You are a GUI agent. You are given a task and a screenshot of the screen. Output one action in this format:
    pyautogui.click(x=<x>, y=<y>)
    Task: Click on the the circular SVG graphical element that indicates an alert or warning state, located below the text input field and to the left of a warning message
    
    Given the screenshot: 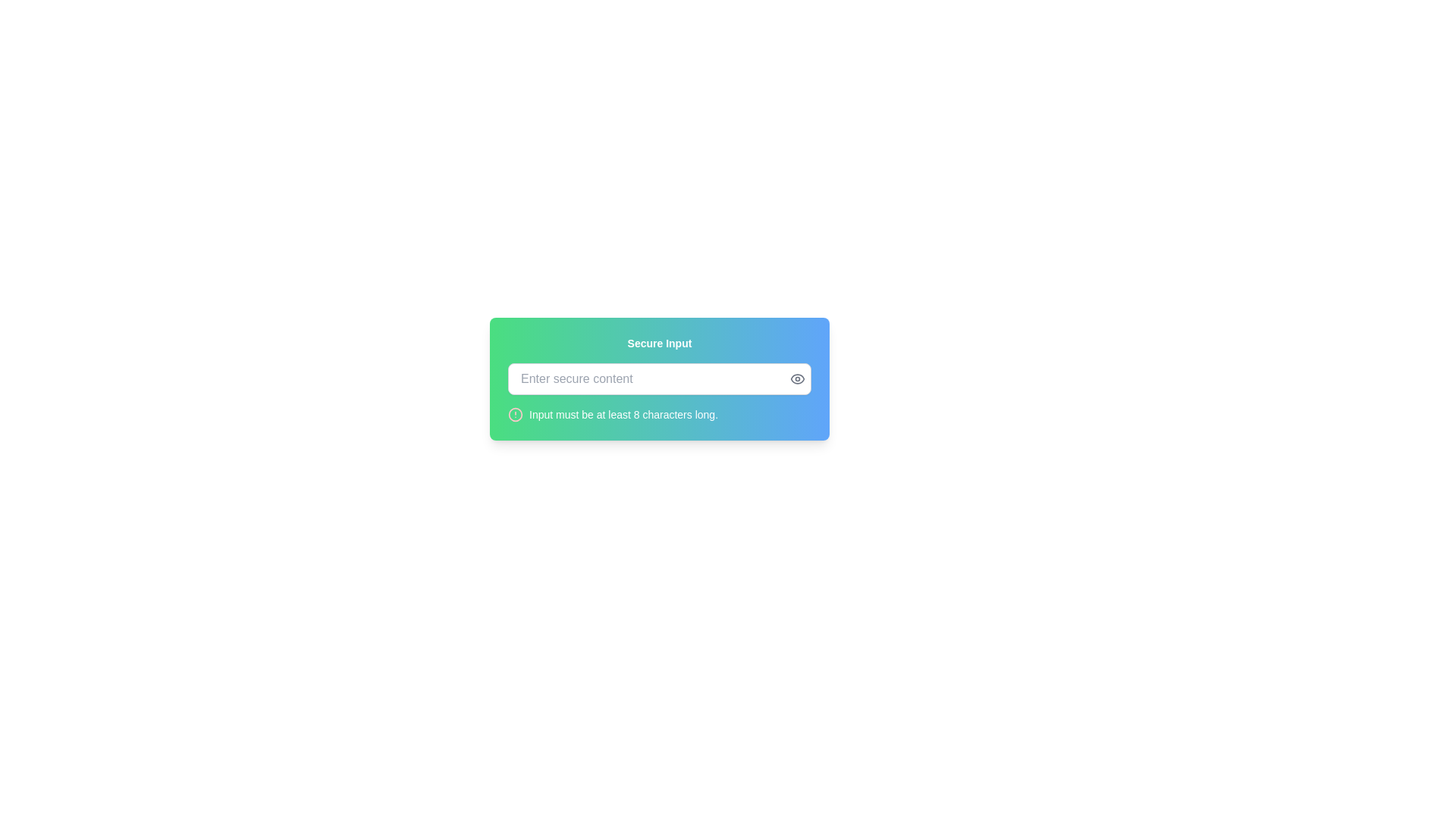 What is the action you would take?
    pyautogui.click(x=516, y=415)
    